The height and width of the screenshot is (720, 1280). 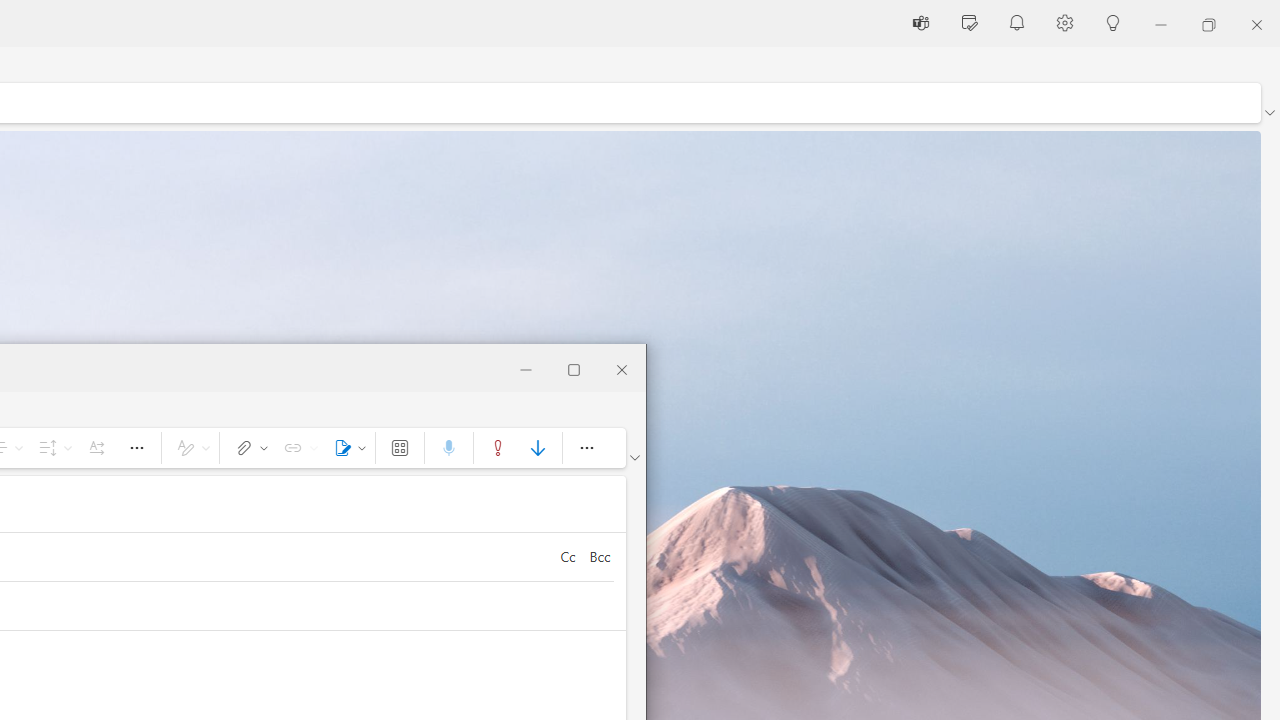 I want to click on 'Cc', so click(x=566, y=556).